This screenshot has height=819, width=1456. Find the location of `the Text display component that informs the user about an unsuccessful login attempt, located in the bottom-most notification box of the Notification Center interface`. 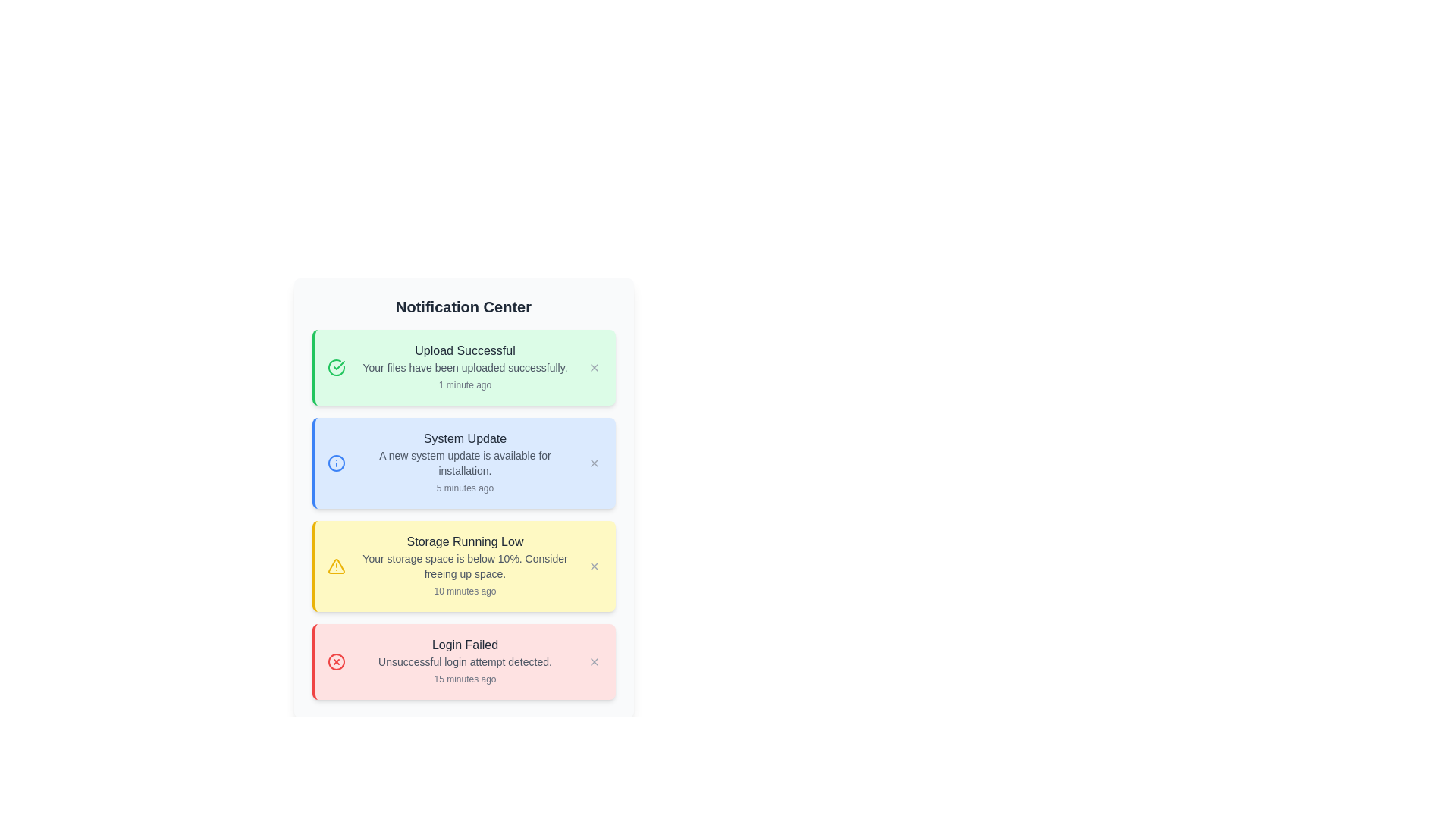

the Text display component that informs the user about an unsuccessful login attempt, located in the bottom-most notification box of the Notification Center interface is located at coordinates (464, 661).